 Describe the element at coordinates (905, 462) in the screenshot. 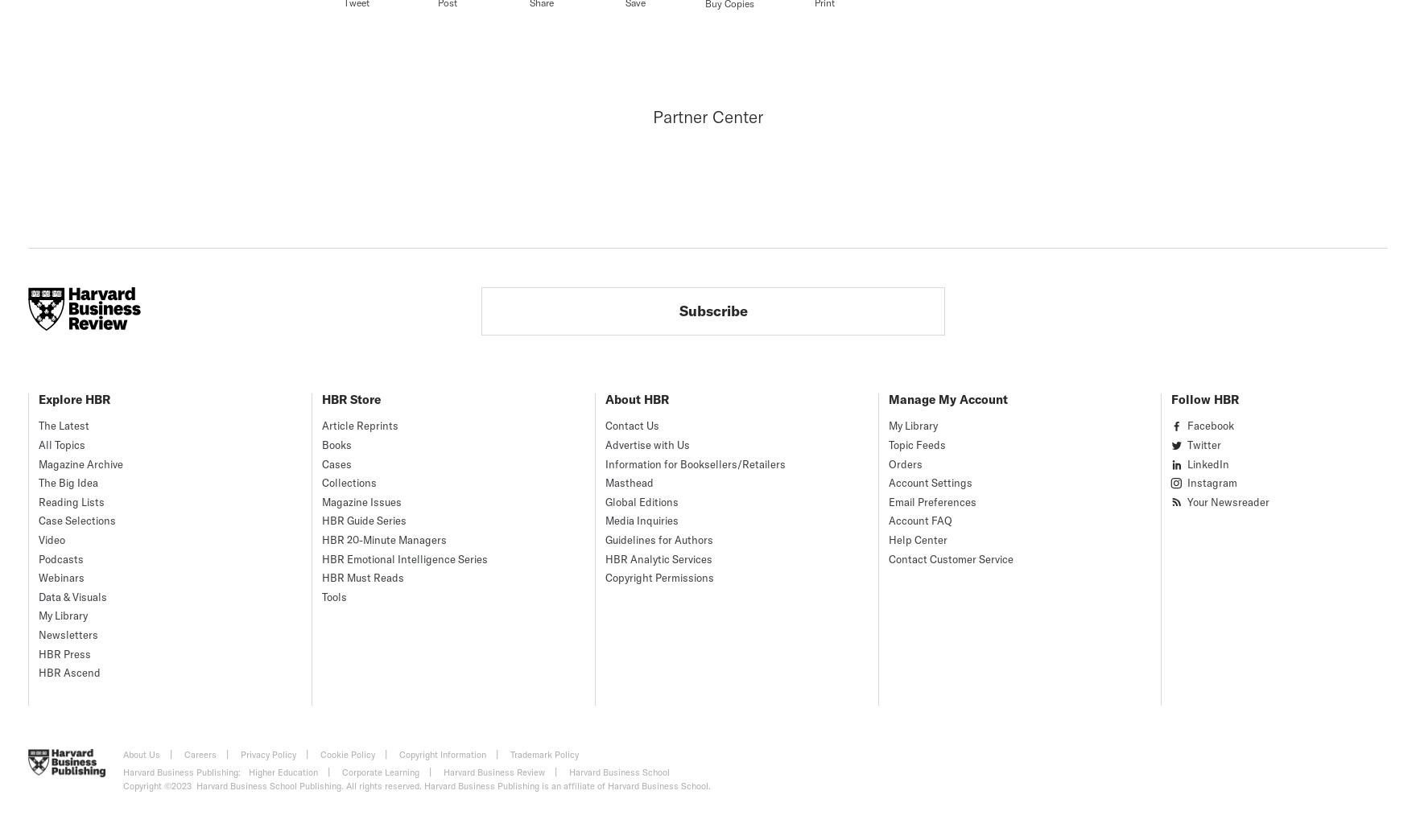

I see `'Orders'` at that location.